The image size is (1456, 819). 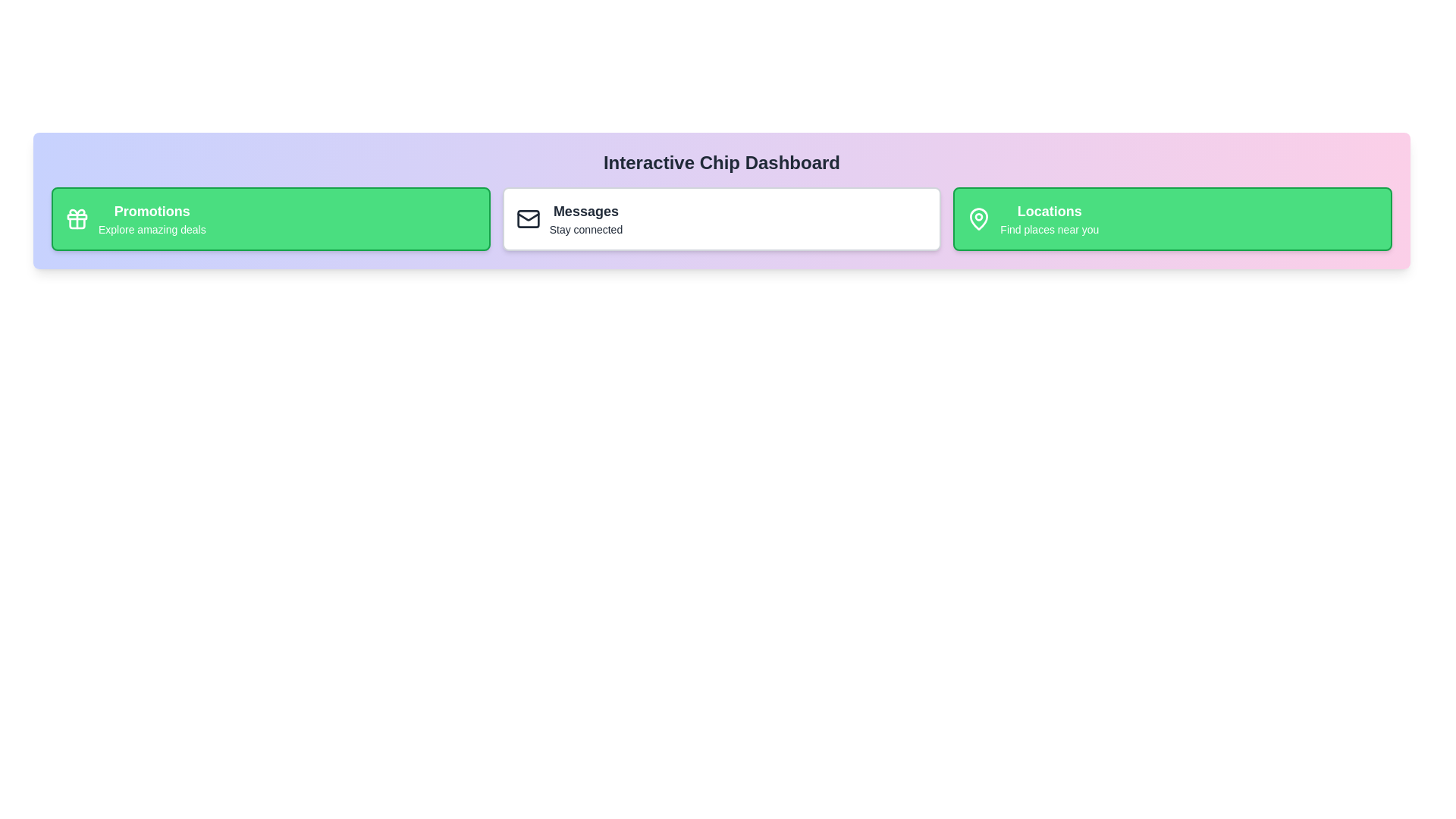 I want to click on the chip labeled Promotions to observe the hover effect, so click(x=270, y=219).